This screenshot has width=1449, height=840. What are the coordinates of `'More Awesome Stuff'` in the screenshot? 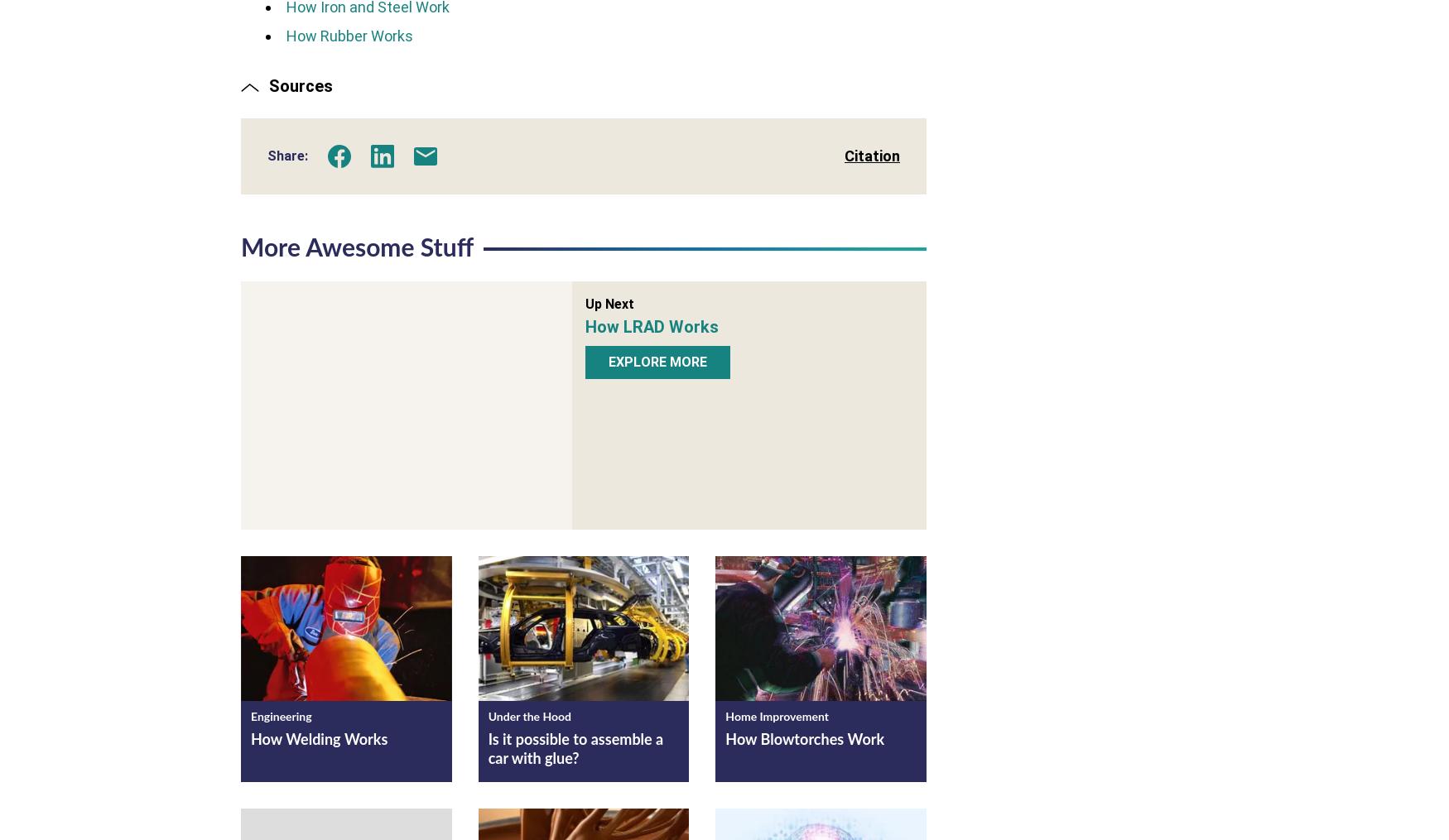 It's located at (356, 247).